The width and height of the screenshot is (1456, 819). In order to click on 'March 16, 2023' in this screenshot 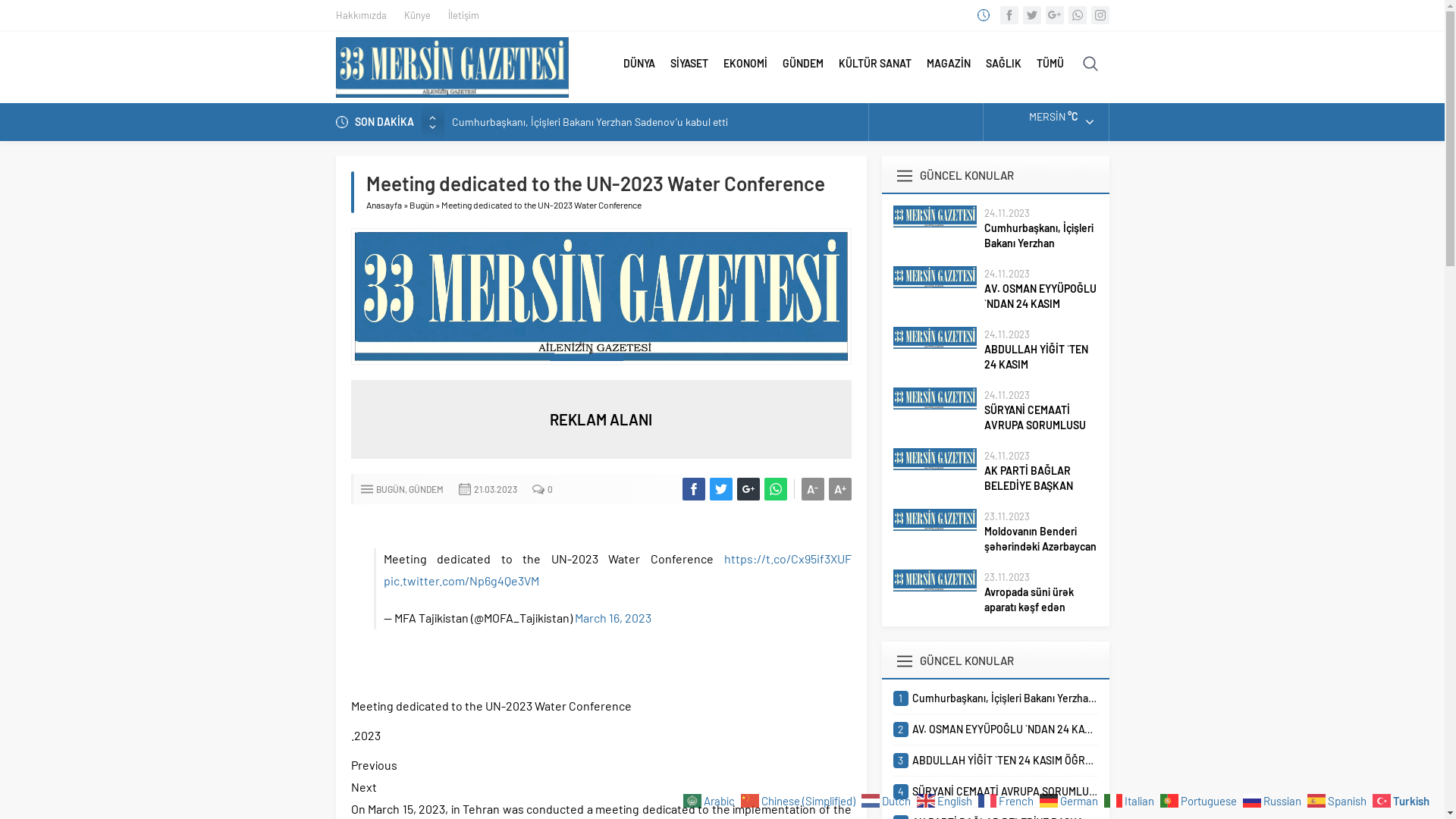, I will do `click(613, 617)`.